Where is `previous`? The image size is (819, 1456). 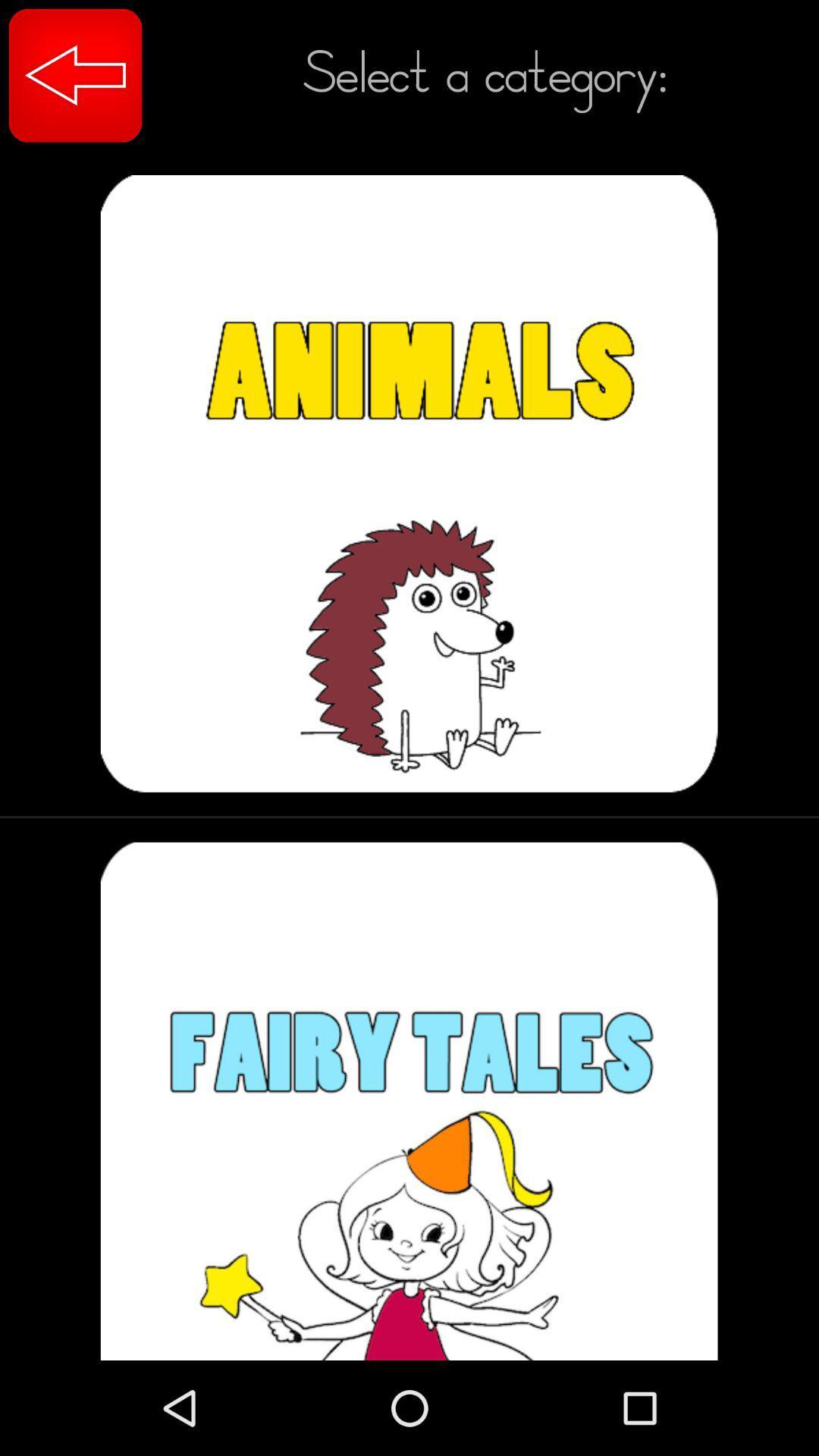 previous is located at coordinates (75, 74).